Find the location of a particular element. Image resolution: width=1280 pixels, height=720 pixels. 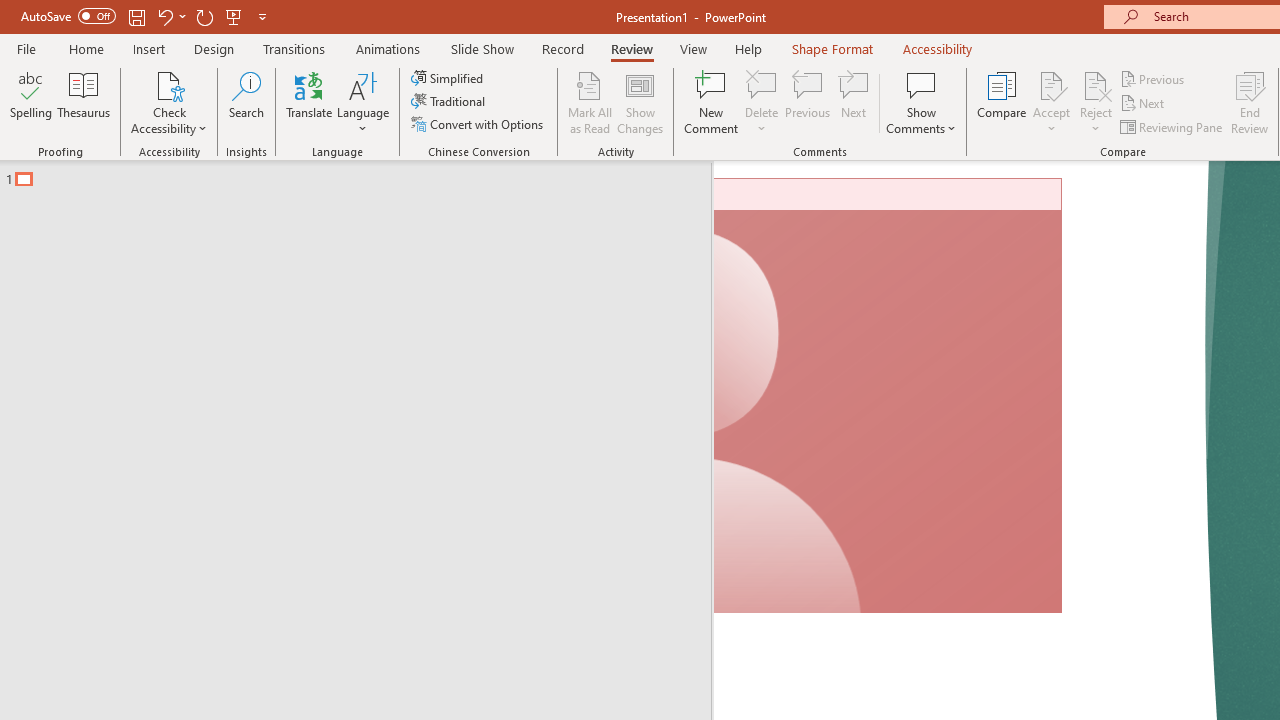

'Show Comments' is located at coordinates (920, 84).